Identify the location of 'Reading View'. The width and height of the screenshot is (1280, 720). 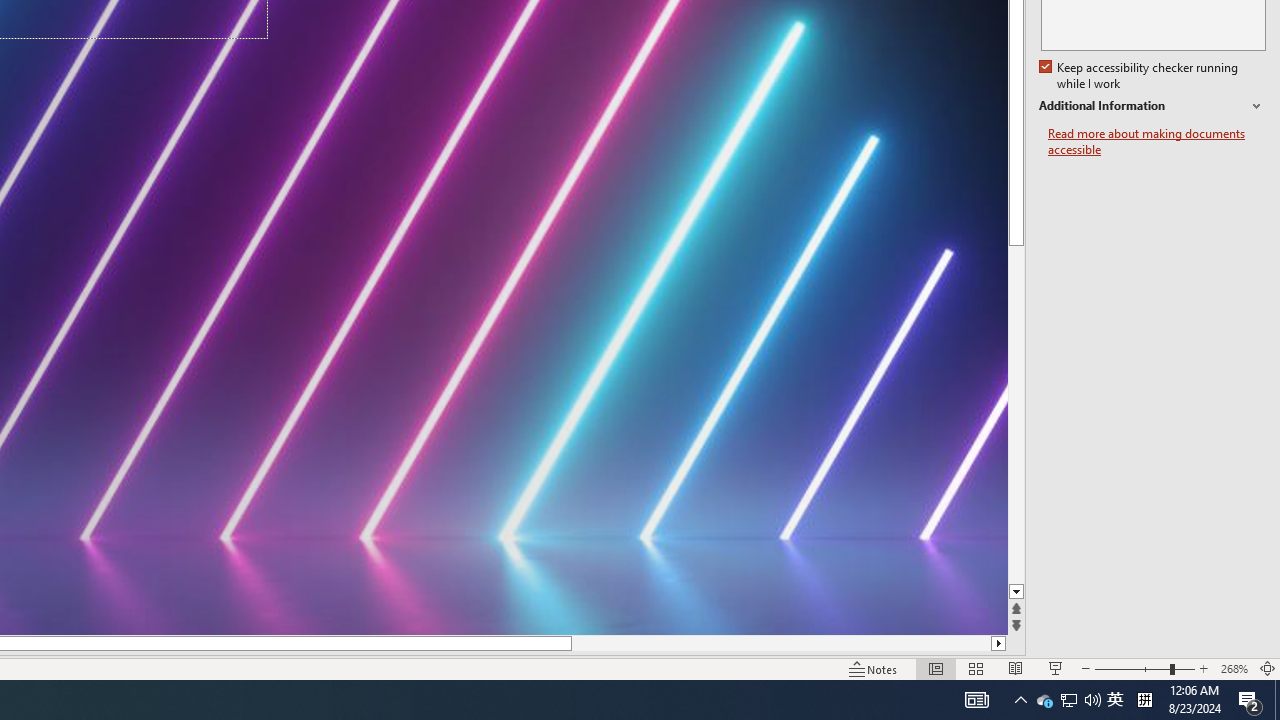
(1015, 669).